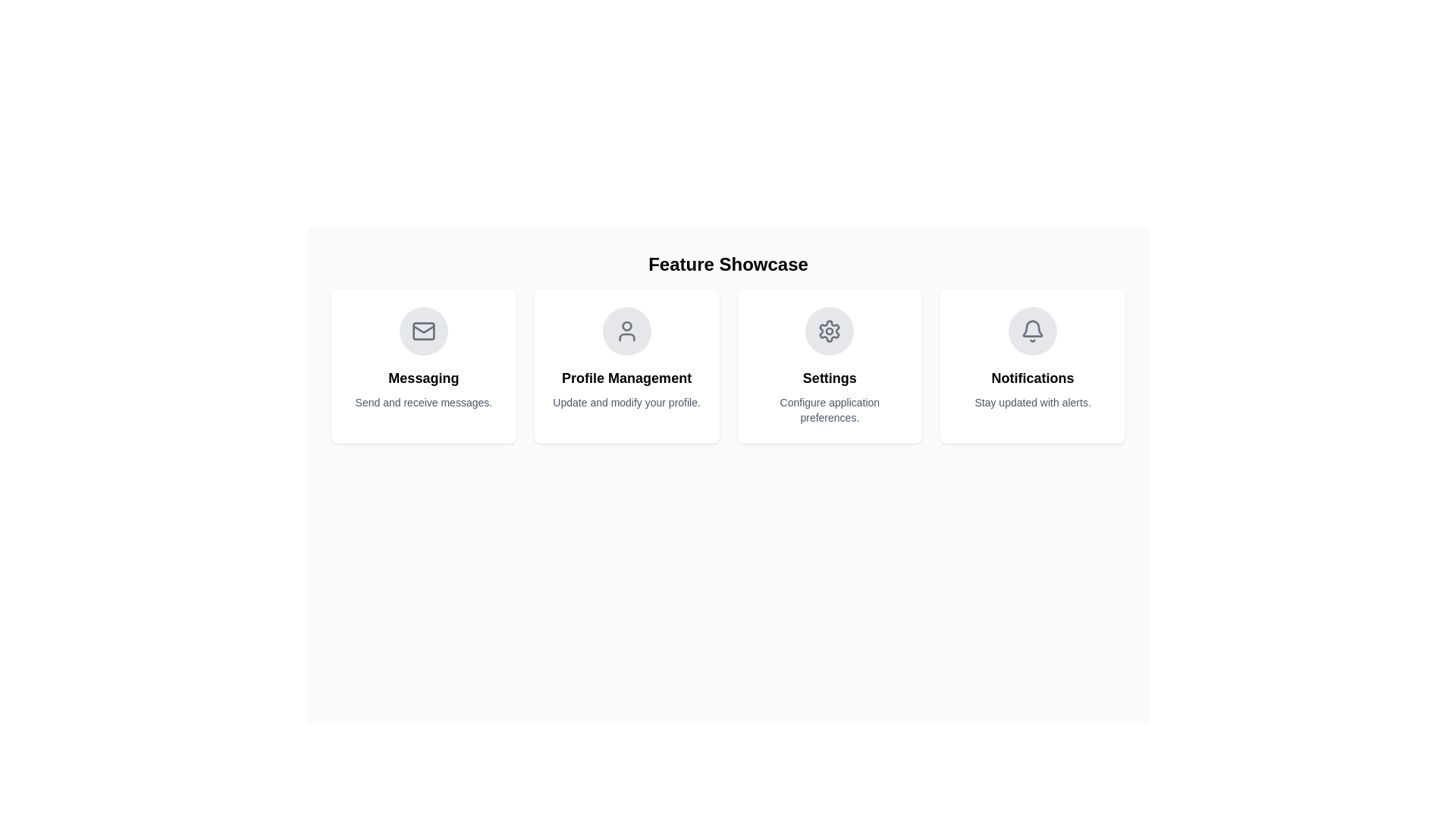 This screenshot has height=819, width=1456. What do you see at coordinates (423, 330) in the screenshot?
I see `the rectangular shape with rounded corners styled in gray, which is centrally embedded within the envelope icon in the Messaging section` at bounding box center [423, 330].